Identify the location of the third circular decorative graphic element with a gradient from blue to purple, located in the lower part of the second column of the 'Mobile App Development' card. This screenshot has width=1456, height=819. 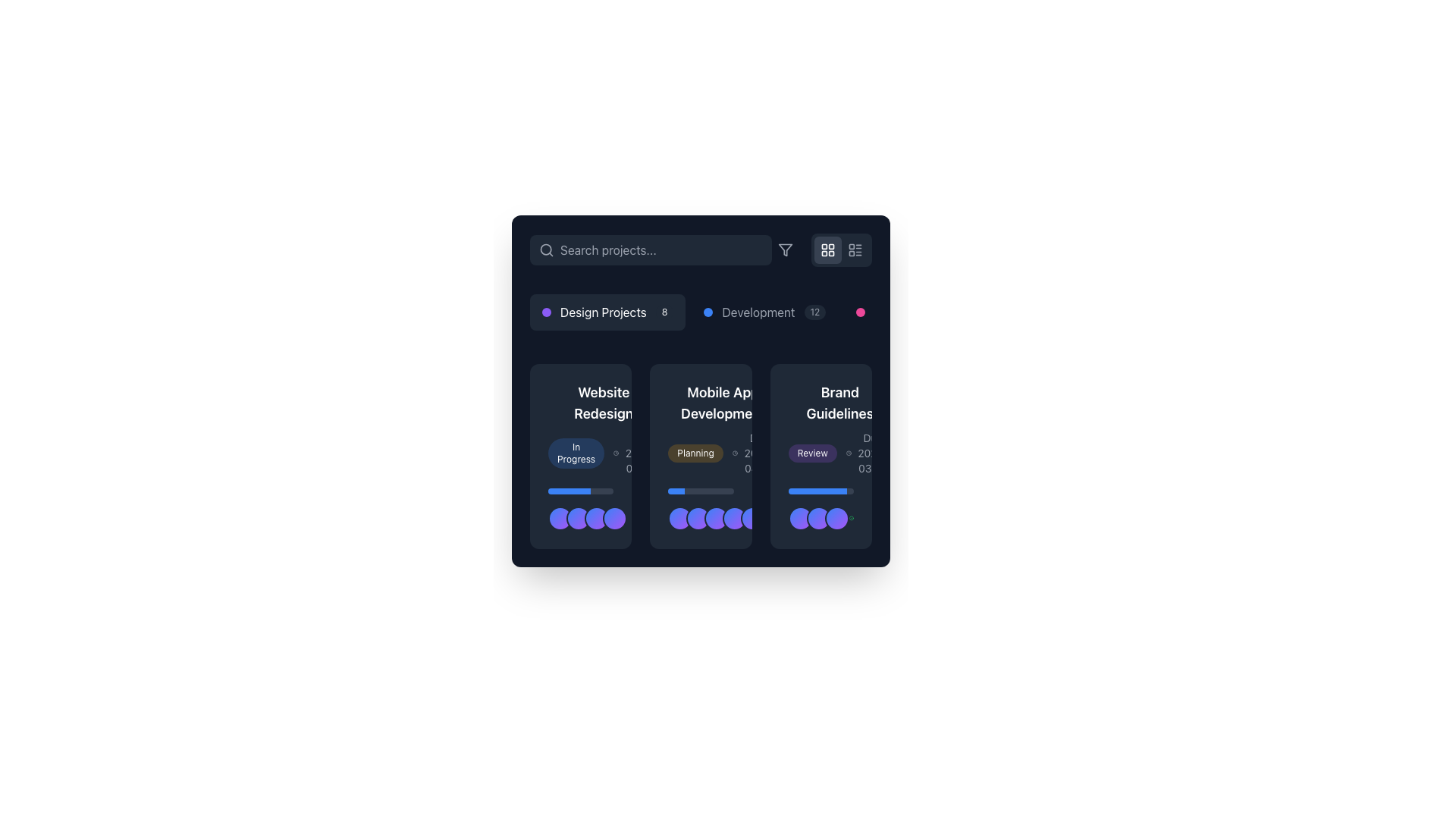
(716, 517).